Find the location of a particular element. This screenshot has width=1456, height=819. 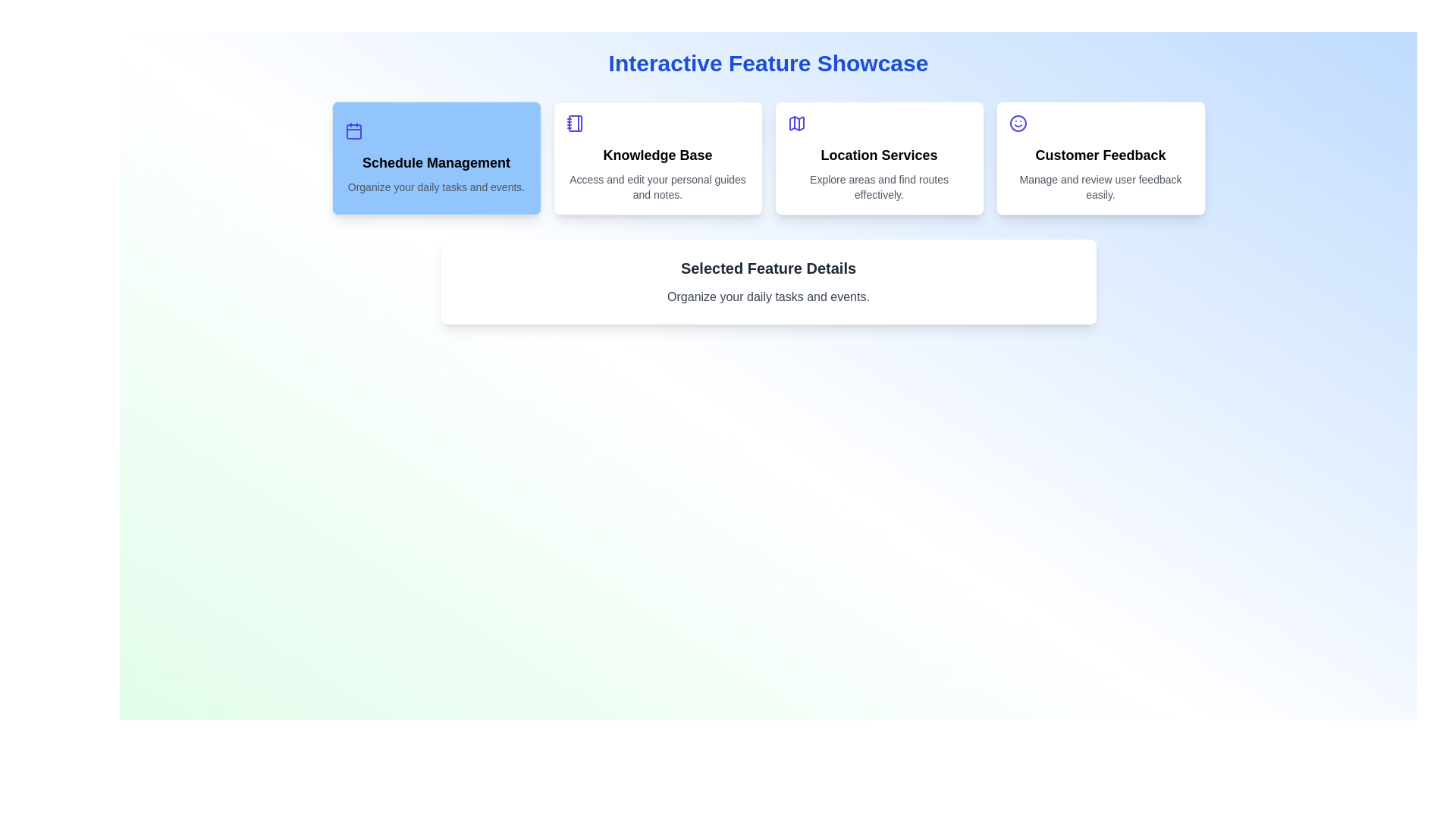

the blue map icon located to the left of the 'Location Services' card in the third column of a four-card layout is located at coordinates (795, 122).